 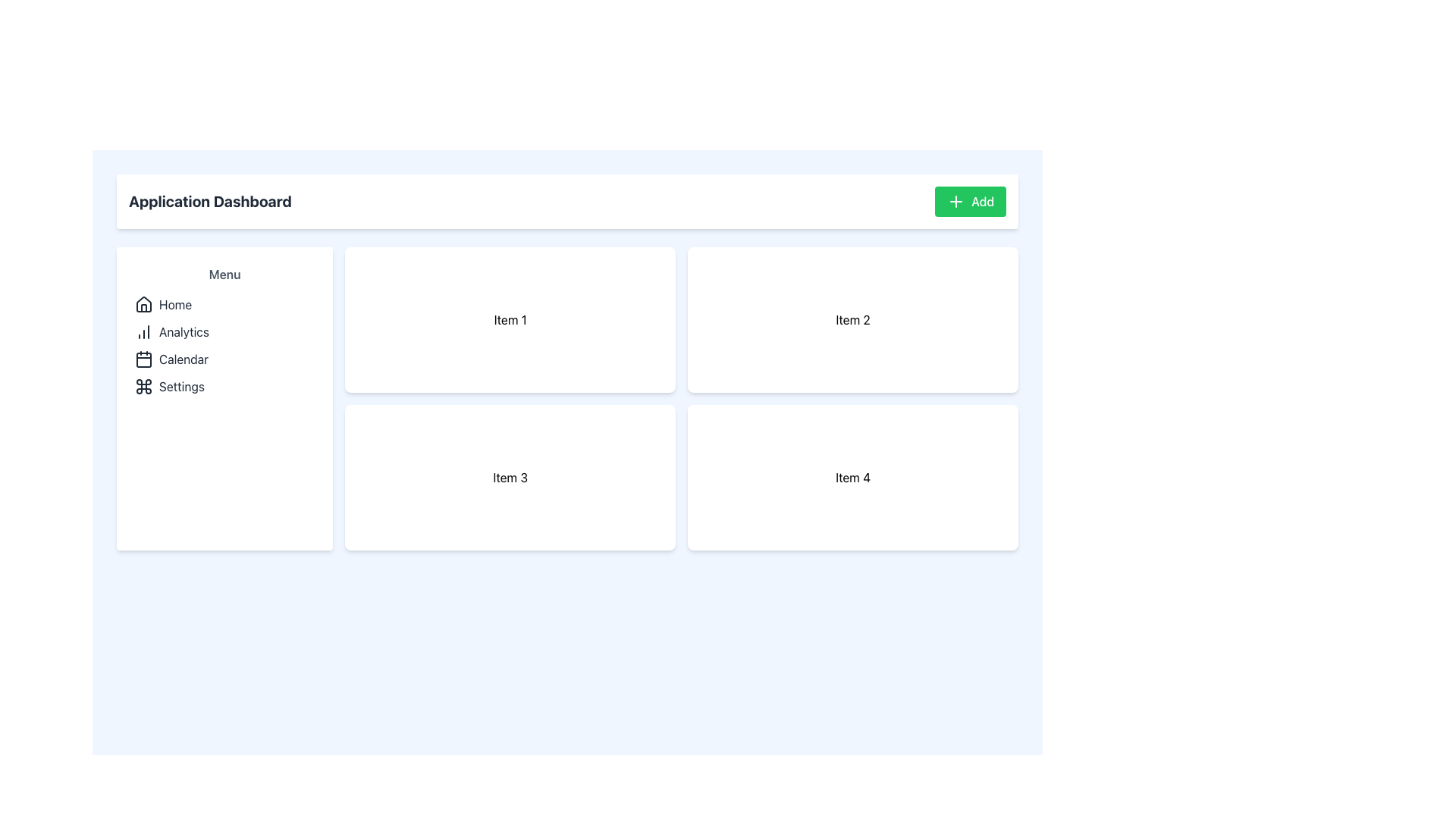 What do you see at coordinates (144, 359) in the screenshot?
I see `the styling of the calendar icon located in the sidebar menu, which is the third item in the navigation list` at bounding box center [144, 359].